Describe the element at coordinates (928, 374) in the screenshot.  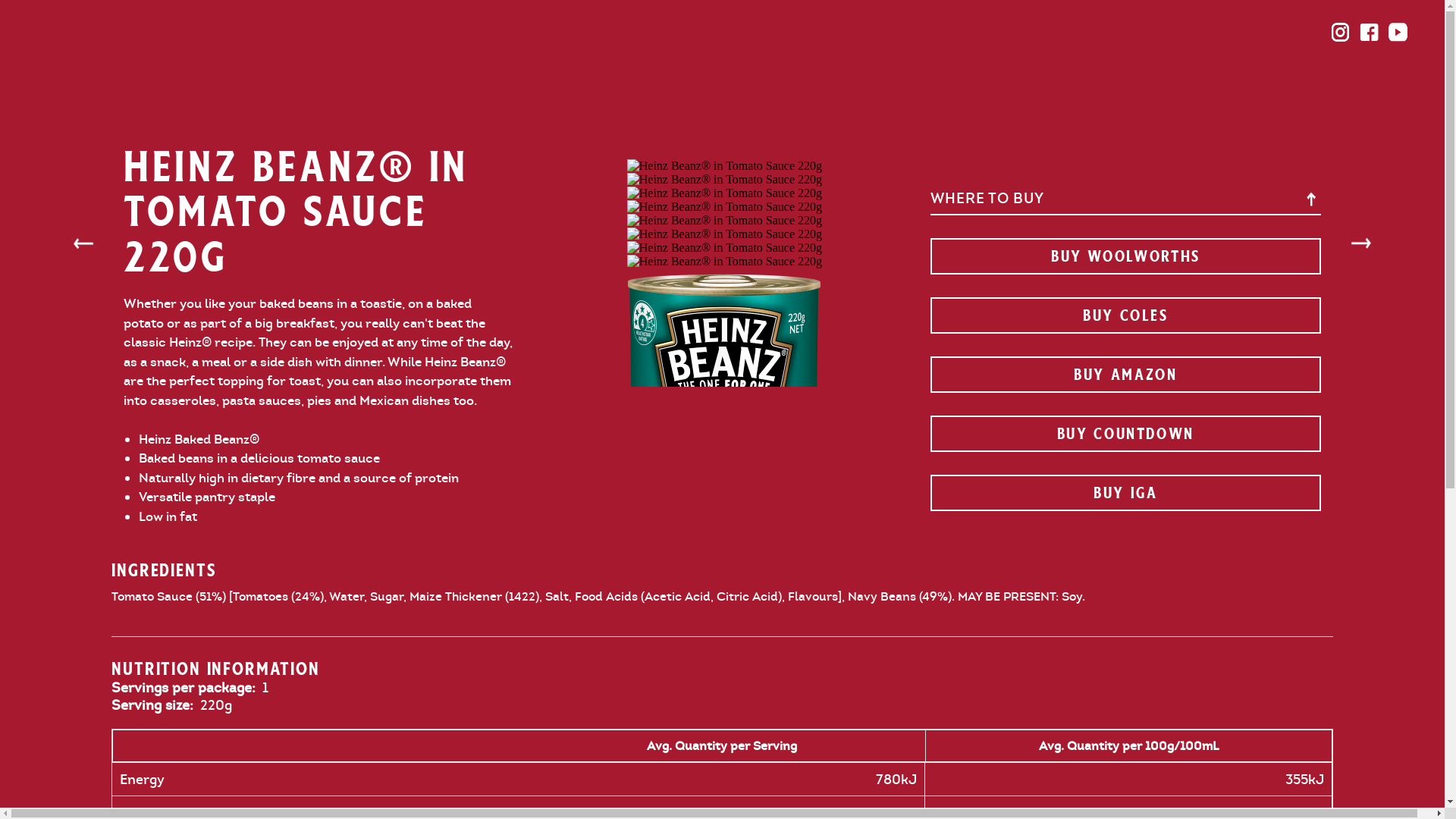
I see `'Buy Amazon'` at that location.